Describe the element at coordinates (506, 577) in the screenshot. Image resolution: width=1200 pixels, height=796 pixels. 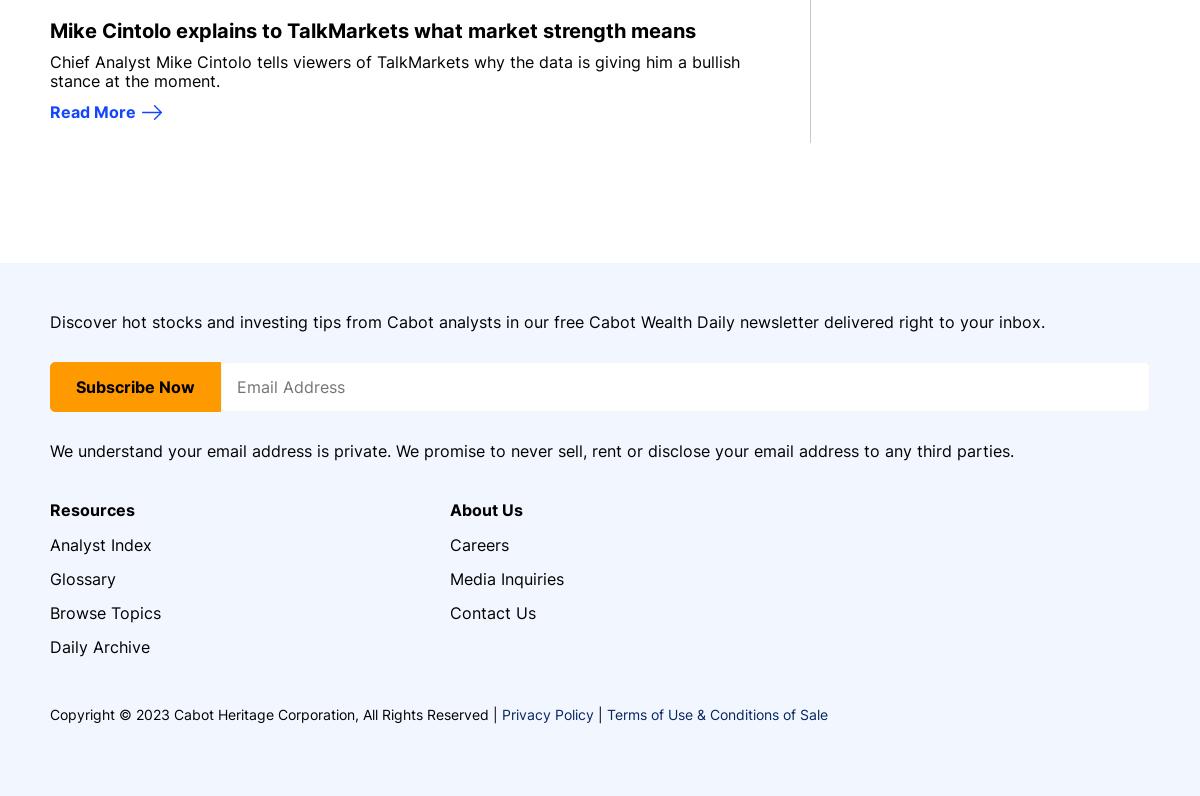
I see `'Media Inquiries'` at that location.